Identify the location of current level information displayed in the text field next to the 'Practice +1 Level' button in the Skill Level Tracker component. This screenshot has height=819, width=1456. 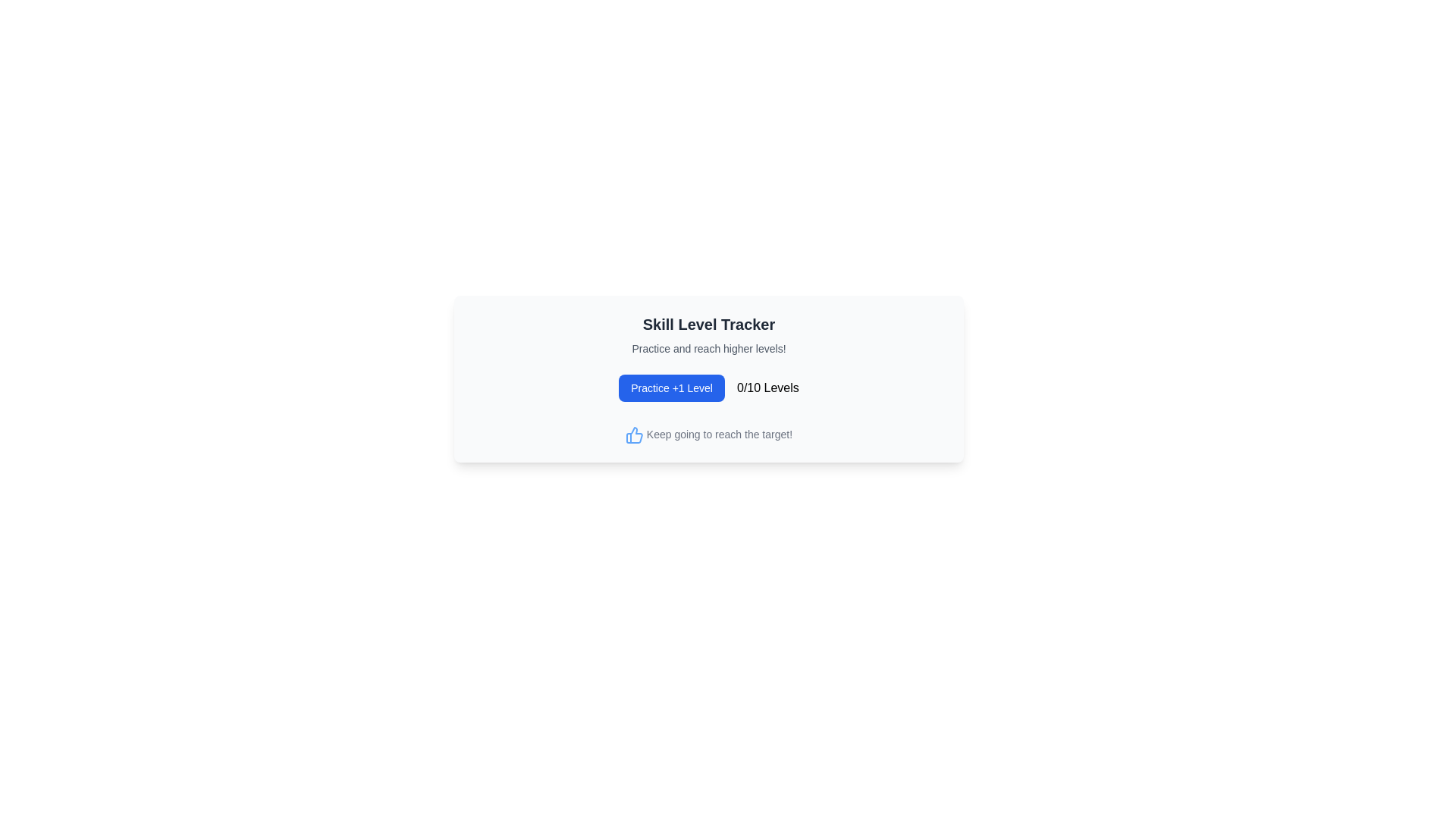
(708, 388).